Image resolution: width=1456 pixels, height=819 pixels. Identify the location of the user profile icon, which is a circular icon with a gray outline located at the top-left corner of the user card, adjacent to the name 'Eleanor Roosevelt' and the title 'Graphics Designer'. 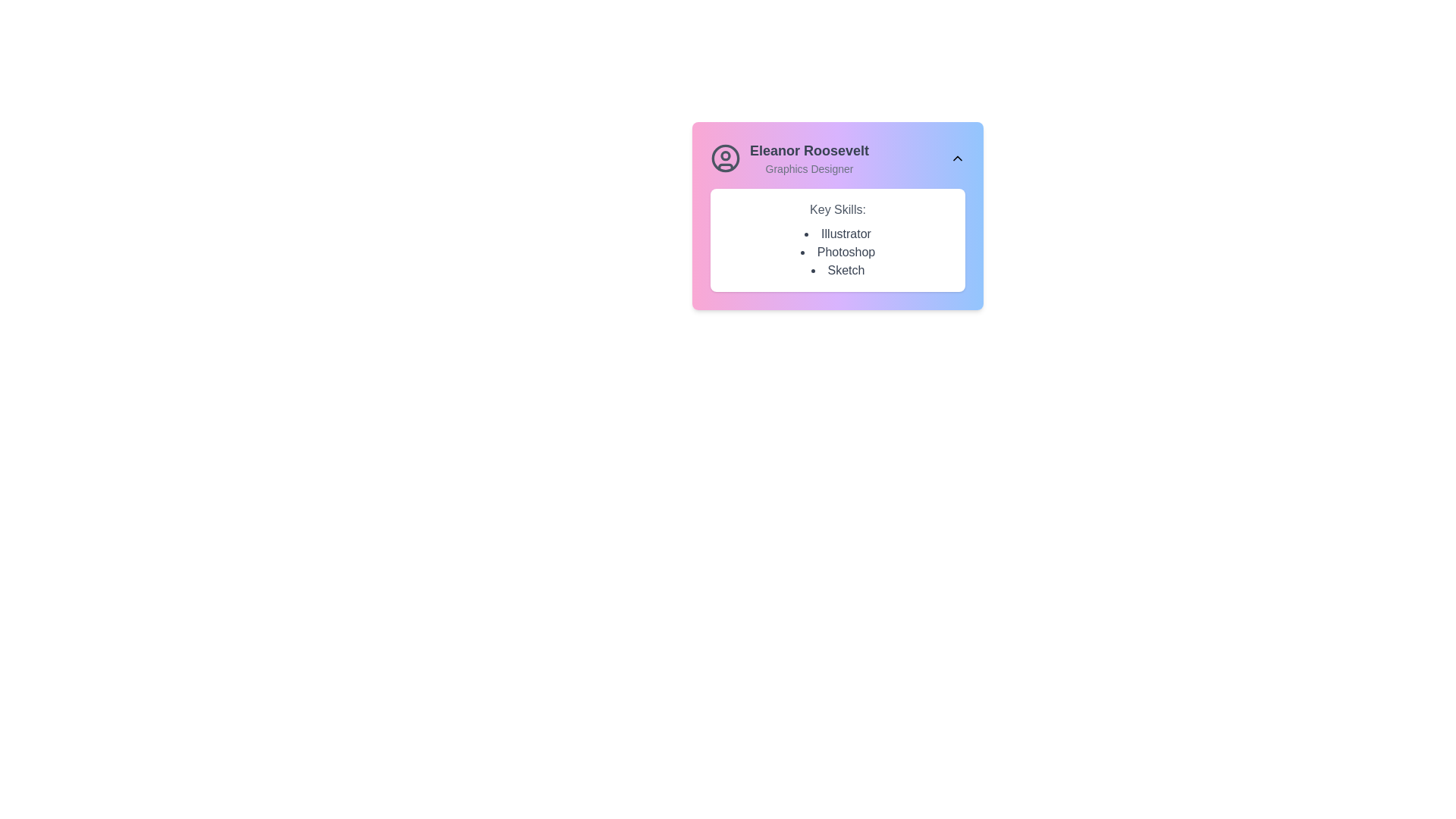
(724, 158).